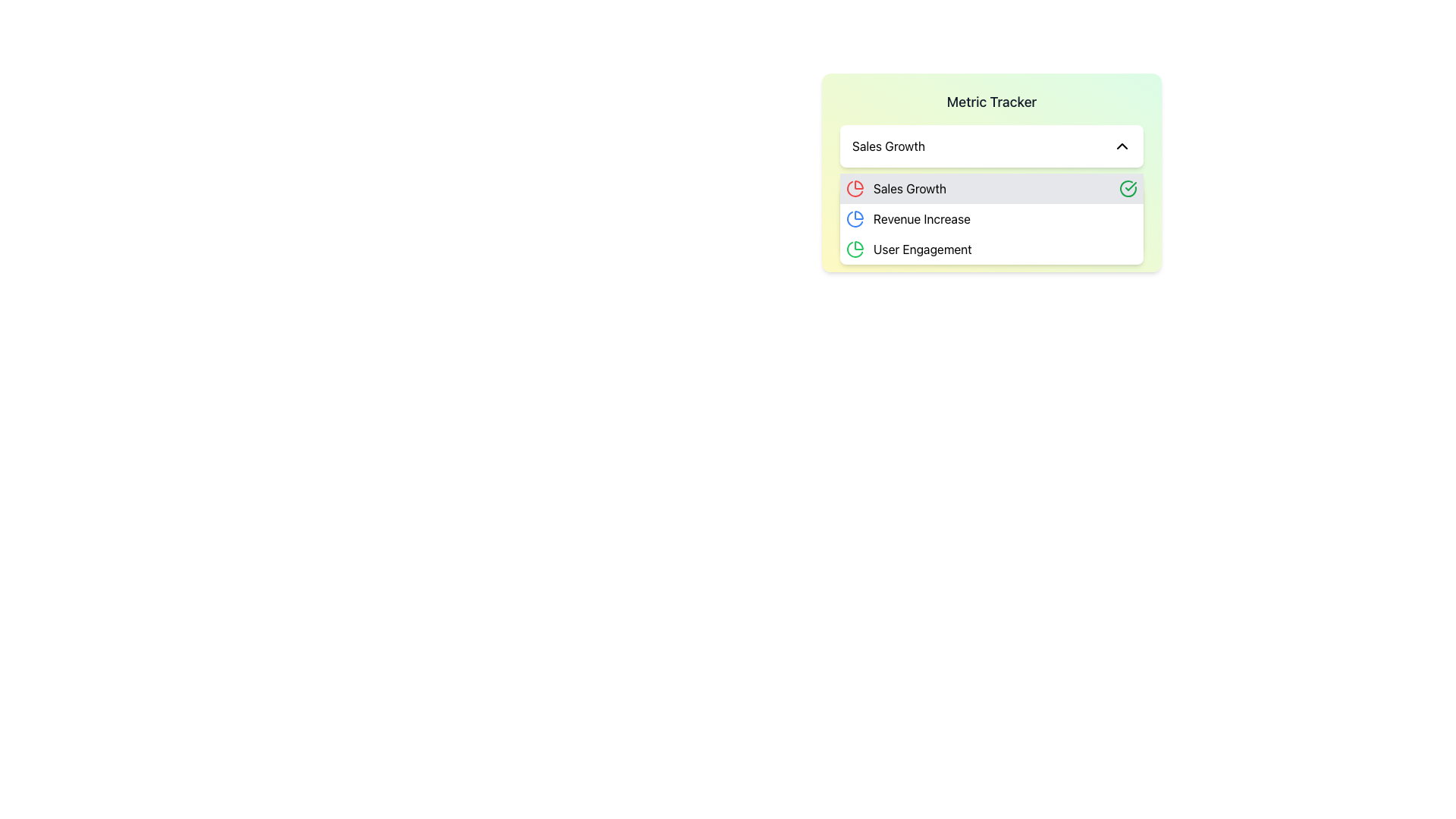 The width and height of the screenshot is (1456, 819). Describe the element at coordinates (855, 219) in the screenshot. I see `the pie chart icon with a blue fill color, located at the start of the row labeled 'Revenue Increase' in the 'Metric Tracker' section` at that location.